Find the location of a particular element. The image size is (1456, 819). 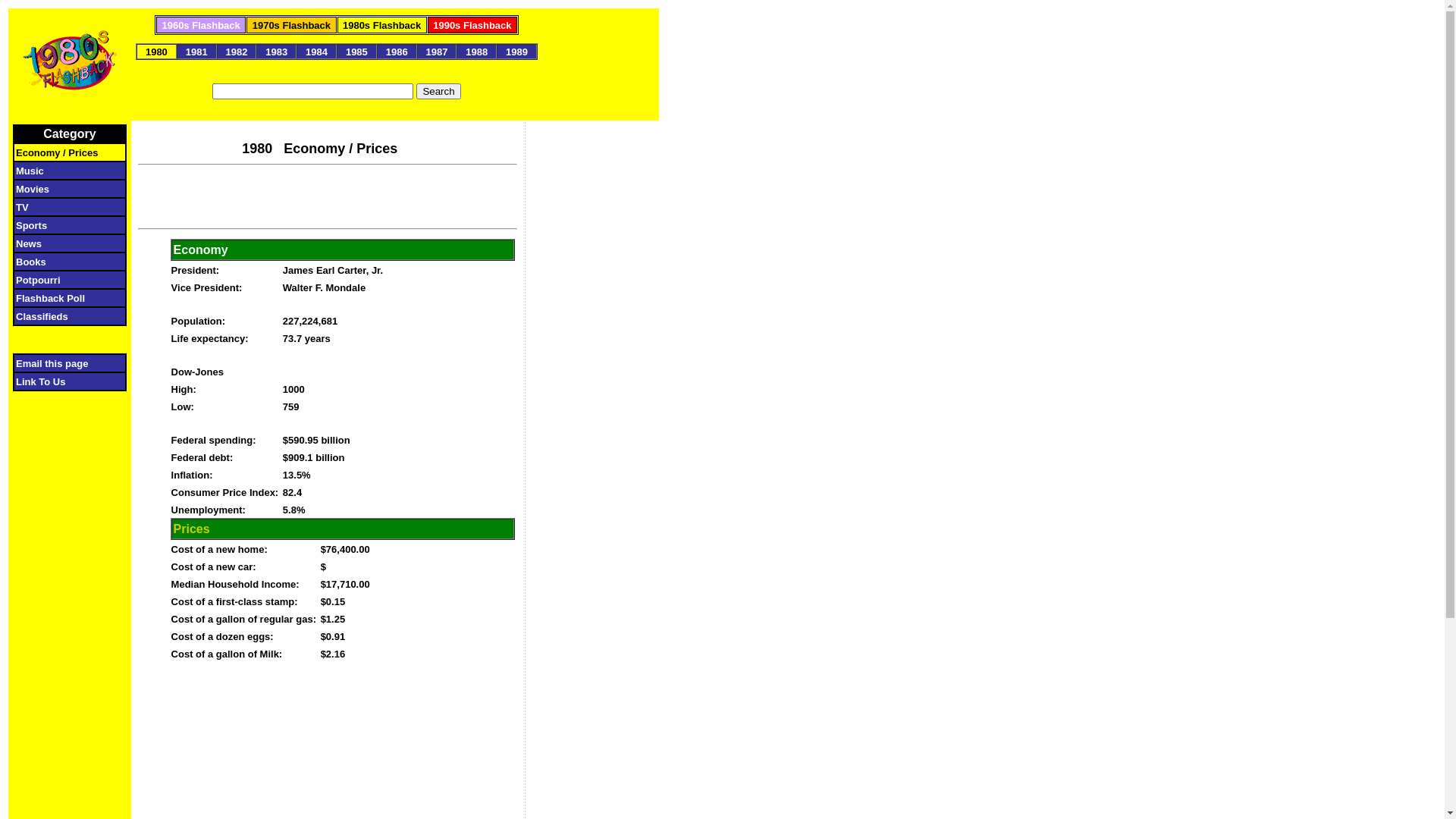

' 1984 ' is located at coordinates (315, 50).